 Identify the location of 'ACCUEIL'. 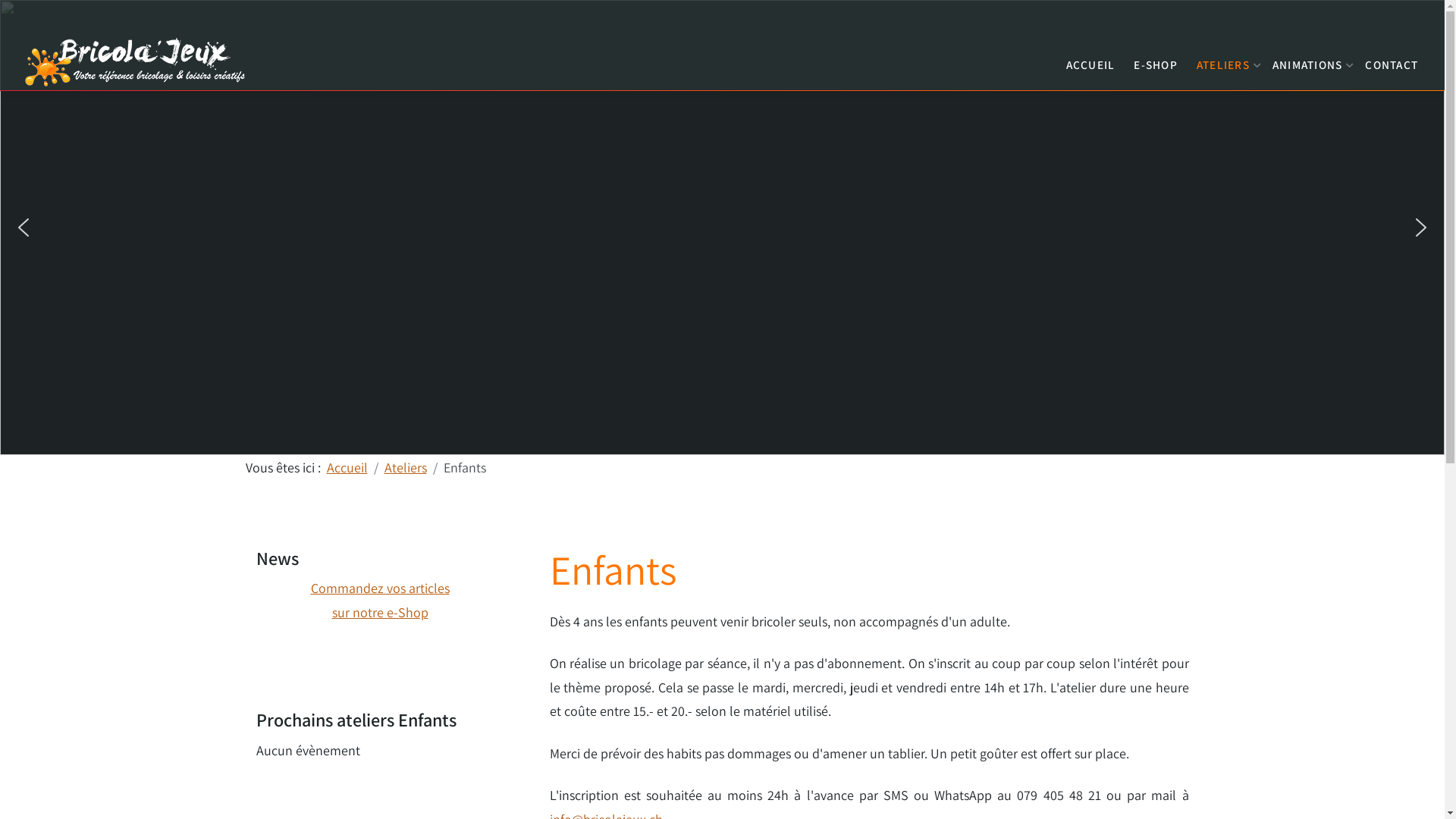
(1089, 60).